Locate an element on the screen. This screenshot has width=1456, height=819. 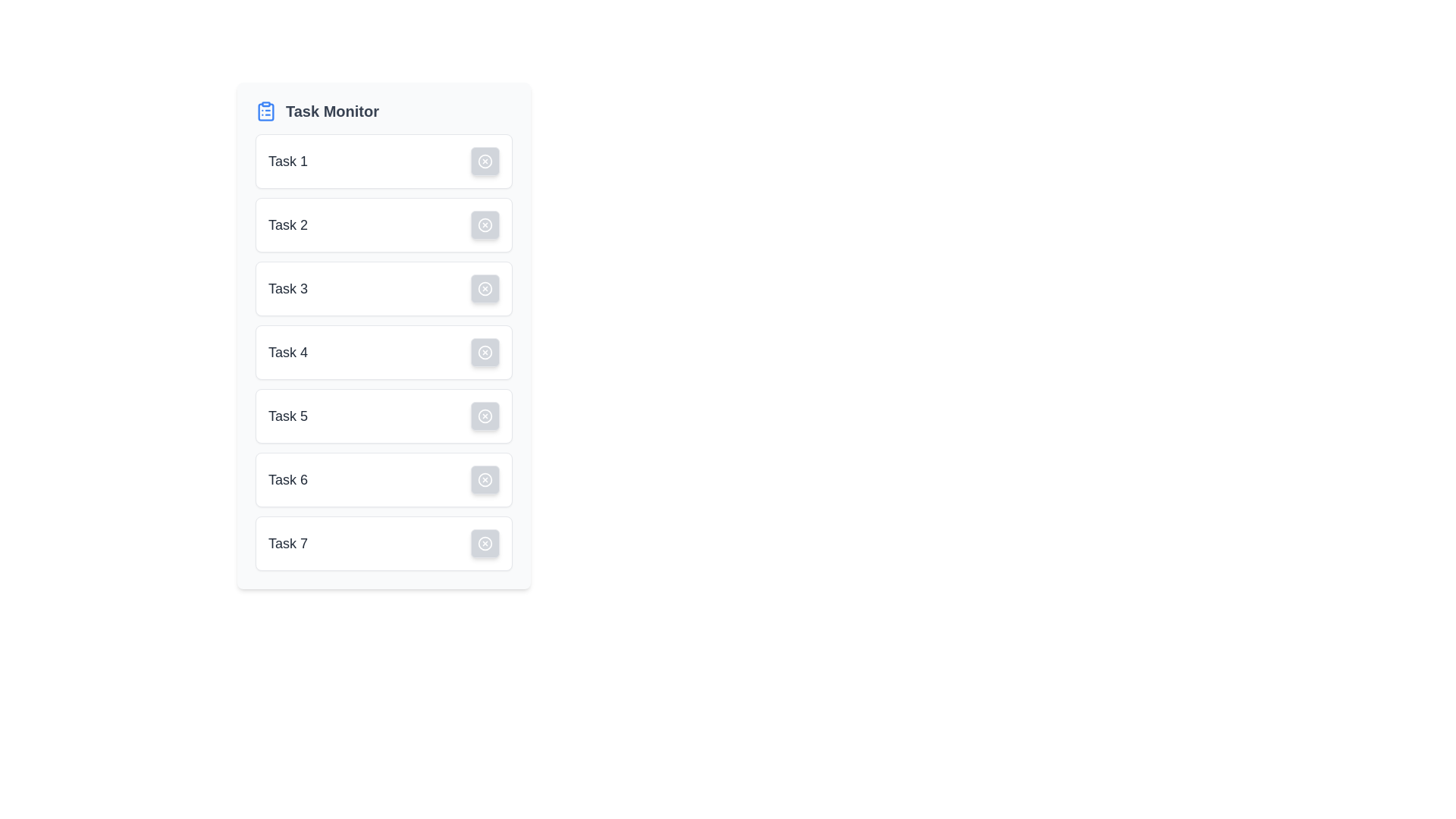
the small, circular button with a light gray background and 'X' icon located in the right section of the 'Task 2' row is located at coordinates (484, 225).